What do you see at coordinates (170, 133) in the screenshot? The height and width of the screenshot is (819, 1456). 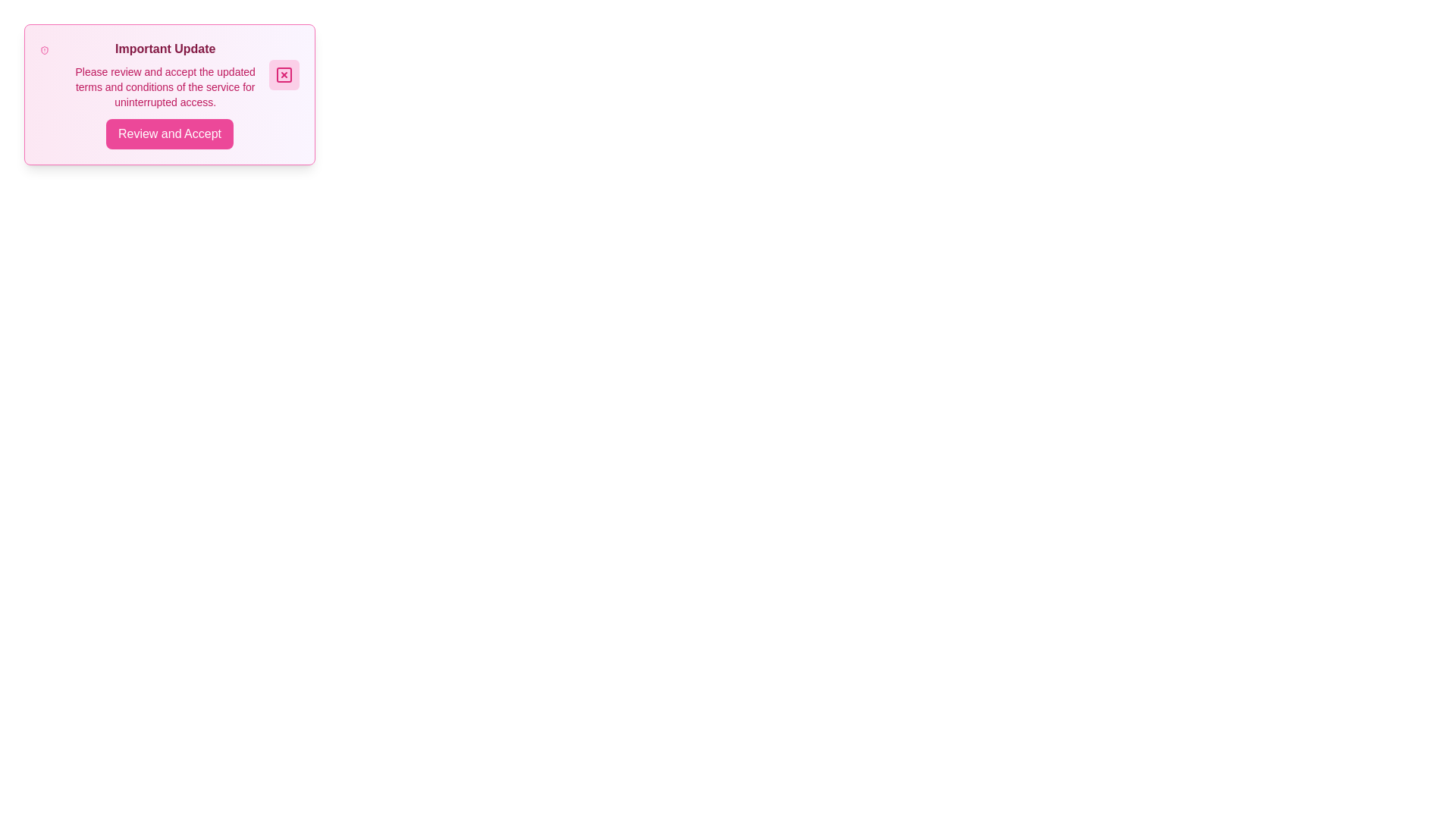 I see `the confirmation button located at the bottom of the 'Important Update' notification card` at bounding box center [170, 133].